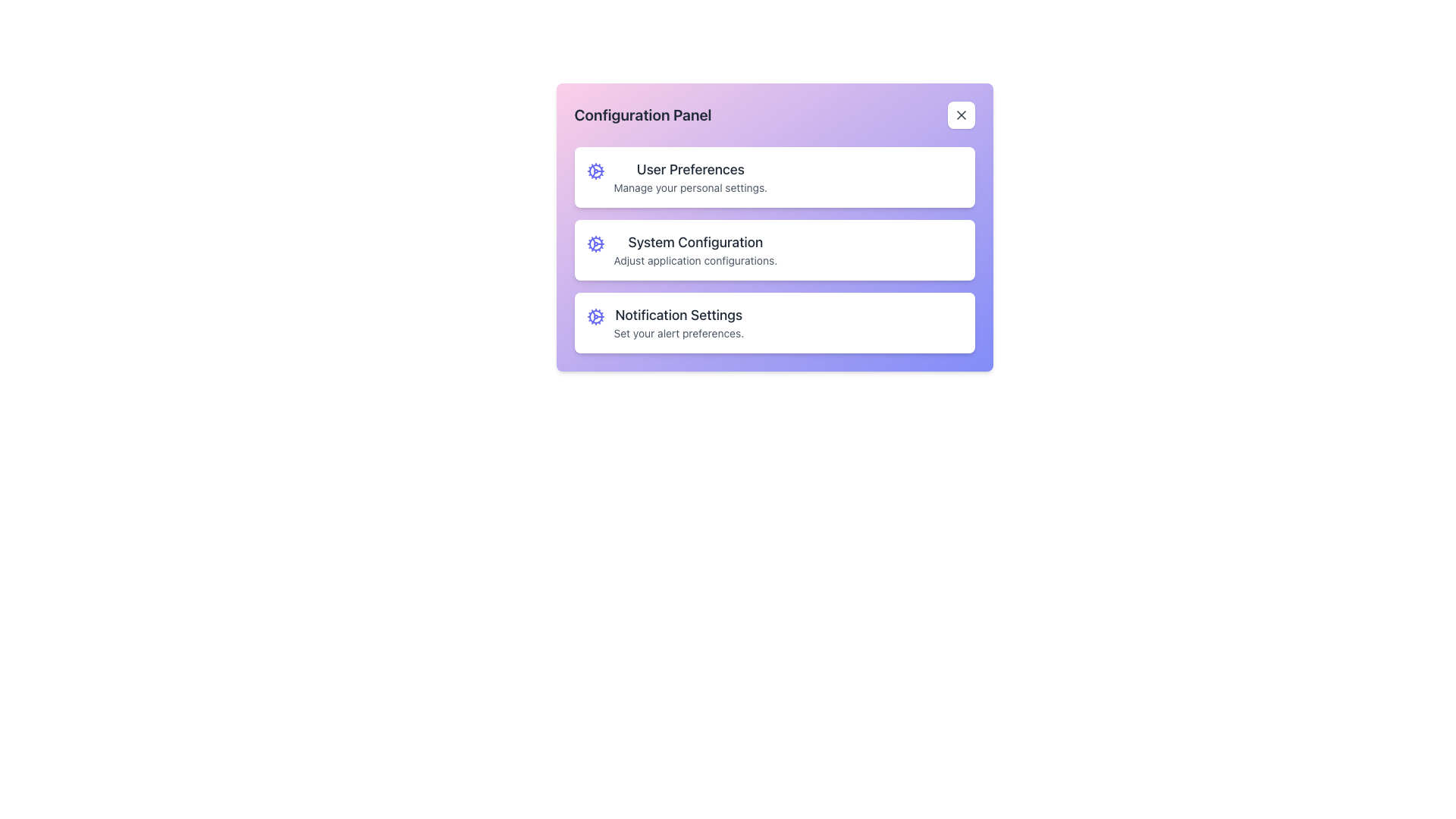 The image size is (1456, 819). I want to click on on the 'System Configuration' interactive label, so click(695, 249).